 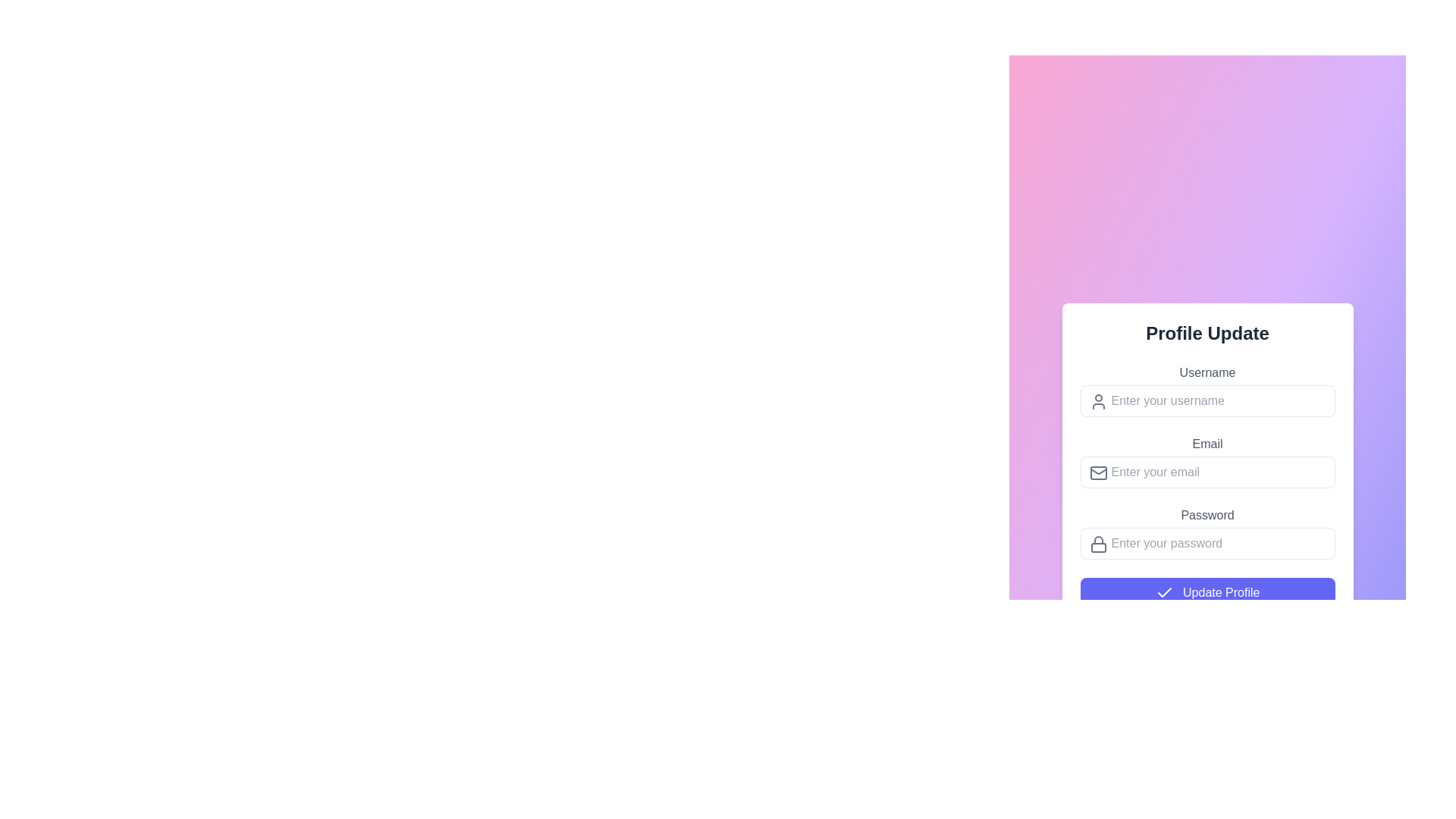 What do you see at coordinates (1098, 472) in the screenshot?
I see `the SVG mail icon component, which is the rectangular portion of the envelope icon located adjacent to the email input field, slightly above the text 'Enter your email'` at bounding box center [1098, 472].